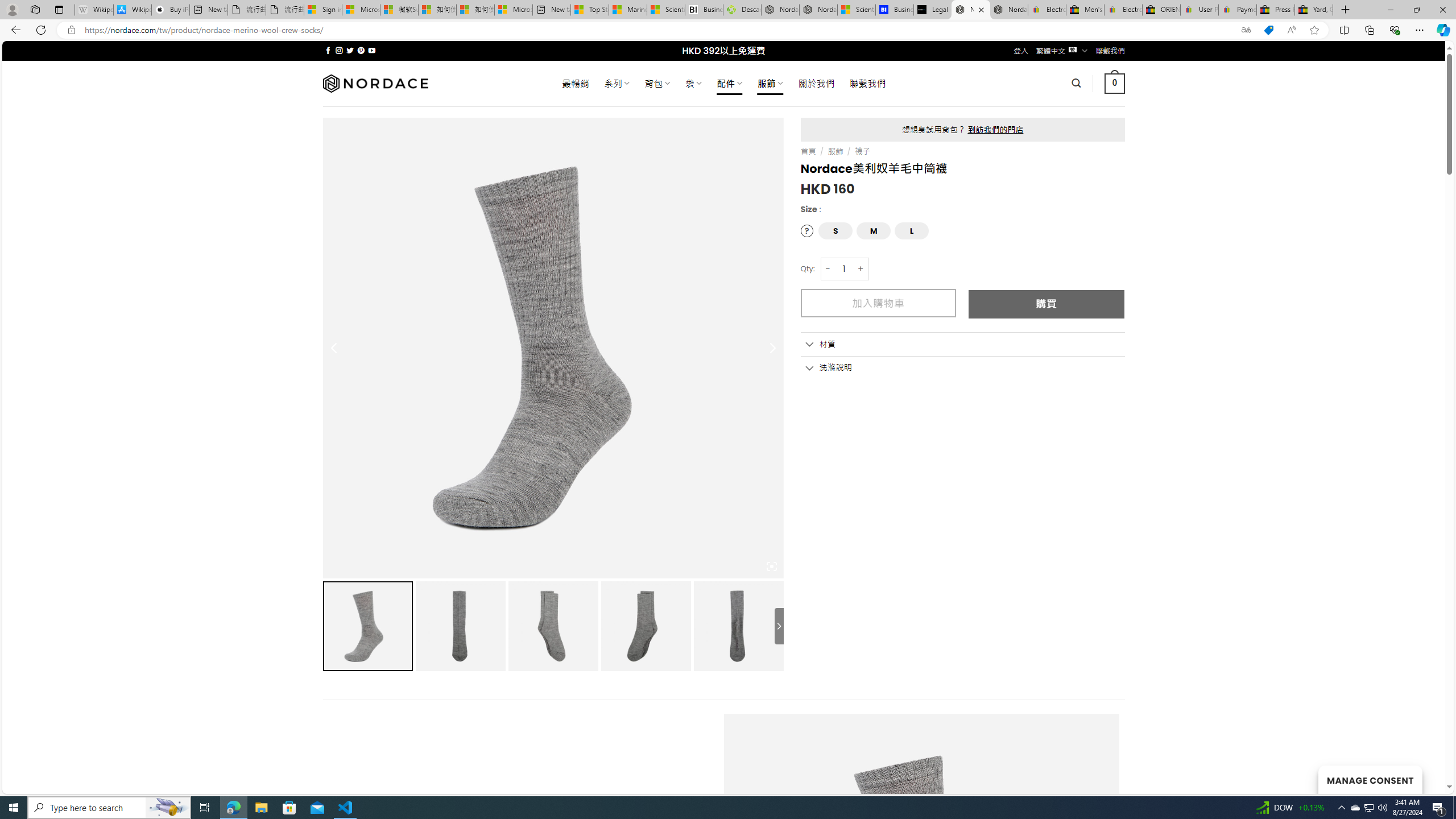  I want to click on 'Marine life - MSN', so click(628, 9).